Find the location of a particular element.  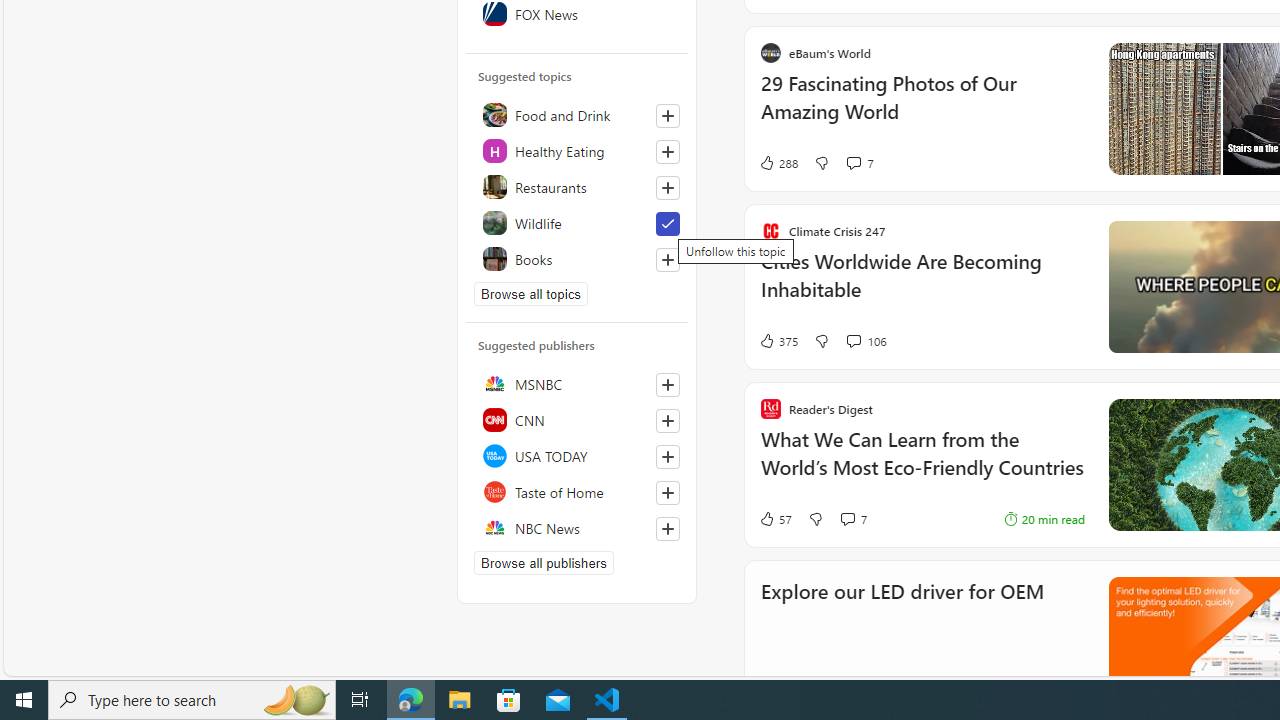

'NBC News' is located at coordinates (576, 527).